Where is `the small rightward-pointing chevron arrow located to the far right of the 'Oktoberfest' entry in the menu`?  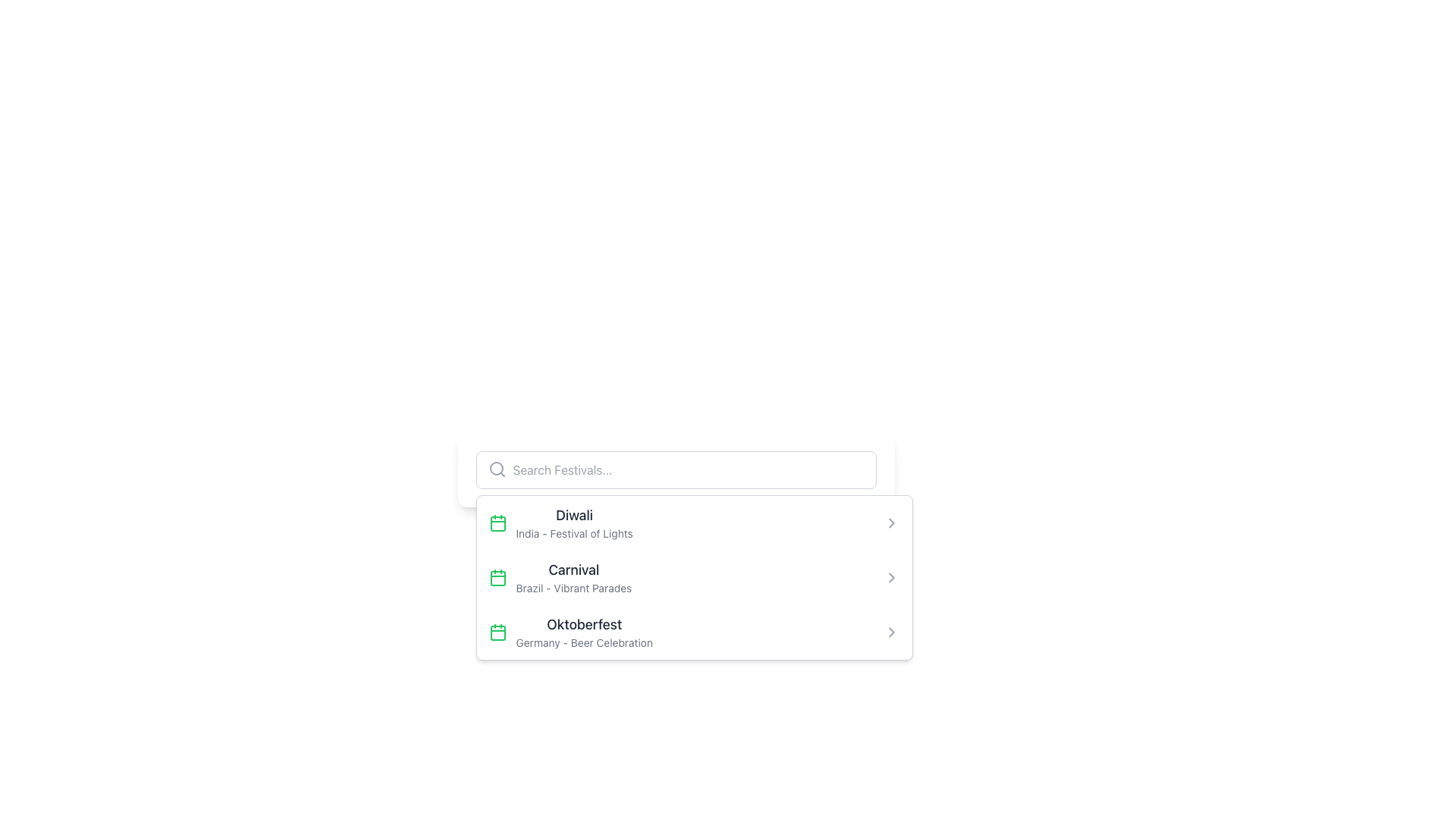
the small rightward-pointing chevron arrow located to the far right of the 'Oktoberfest' entry in the menu is located at coordinates (891, 632).